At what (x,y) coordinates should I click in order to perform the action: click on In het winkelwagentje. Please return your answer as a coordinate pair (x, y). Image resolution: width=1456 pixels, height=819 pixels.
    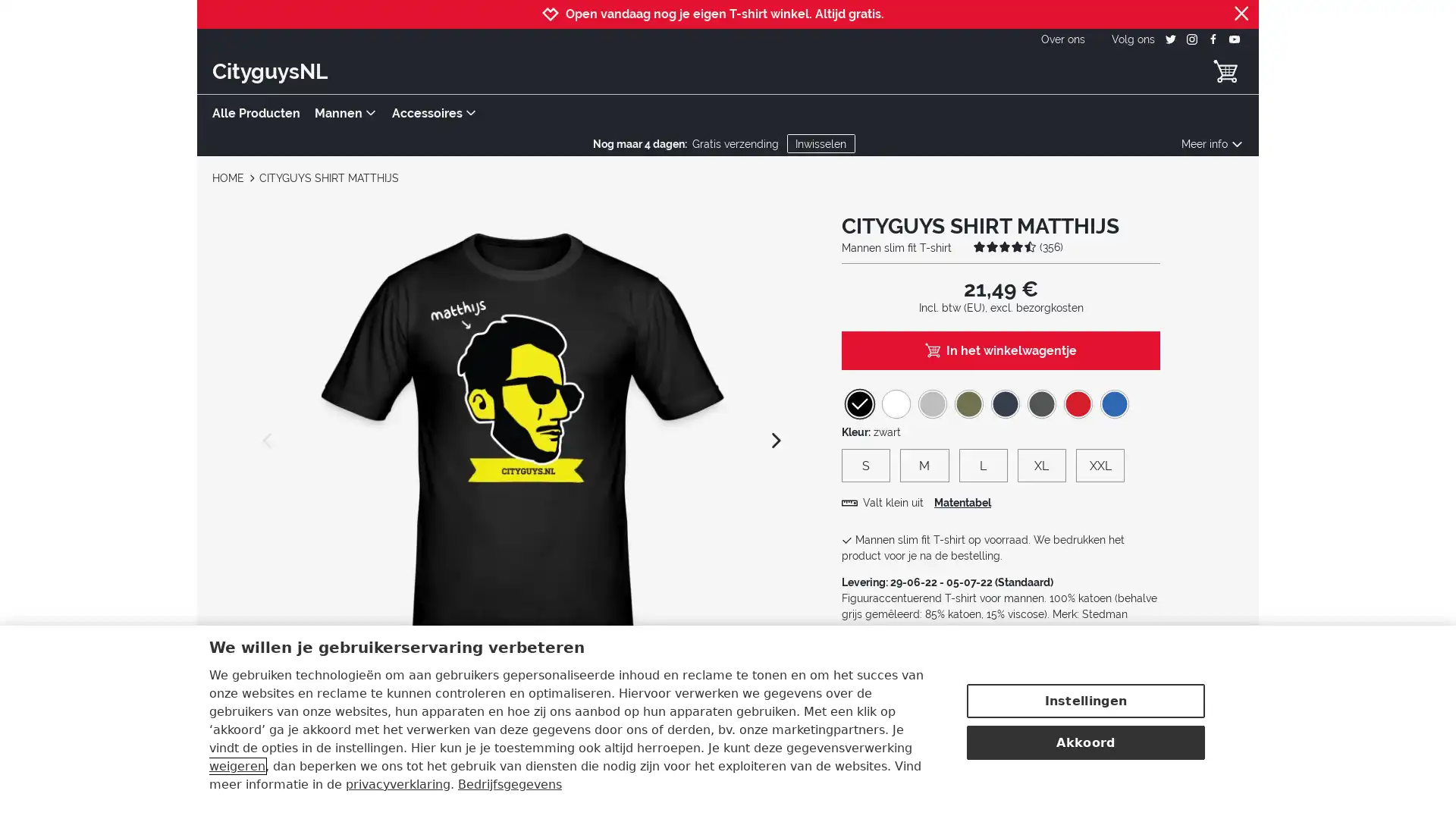
    Looking at the image, I should click on (1001, 350).